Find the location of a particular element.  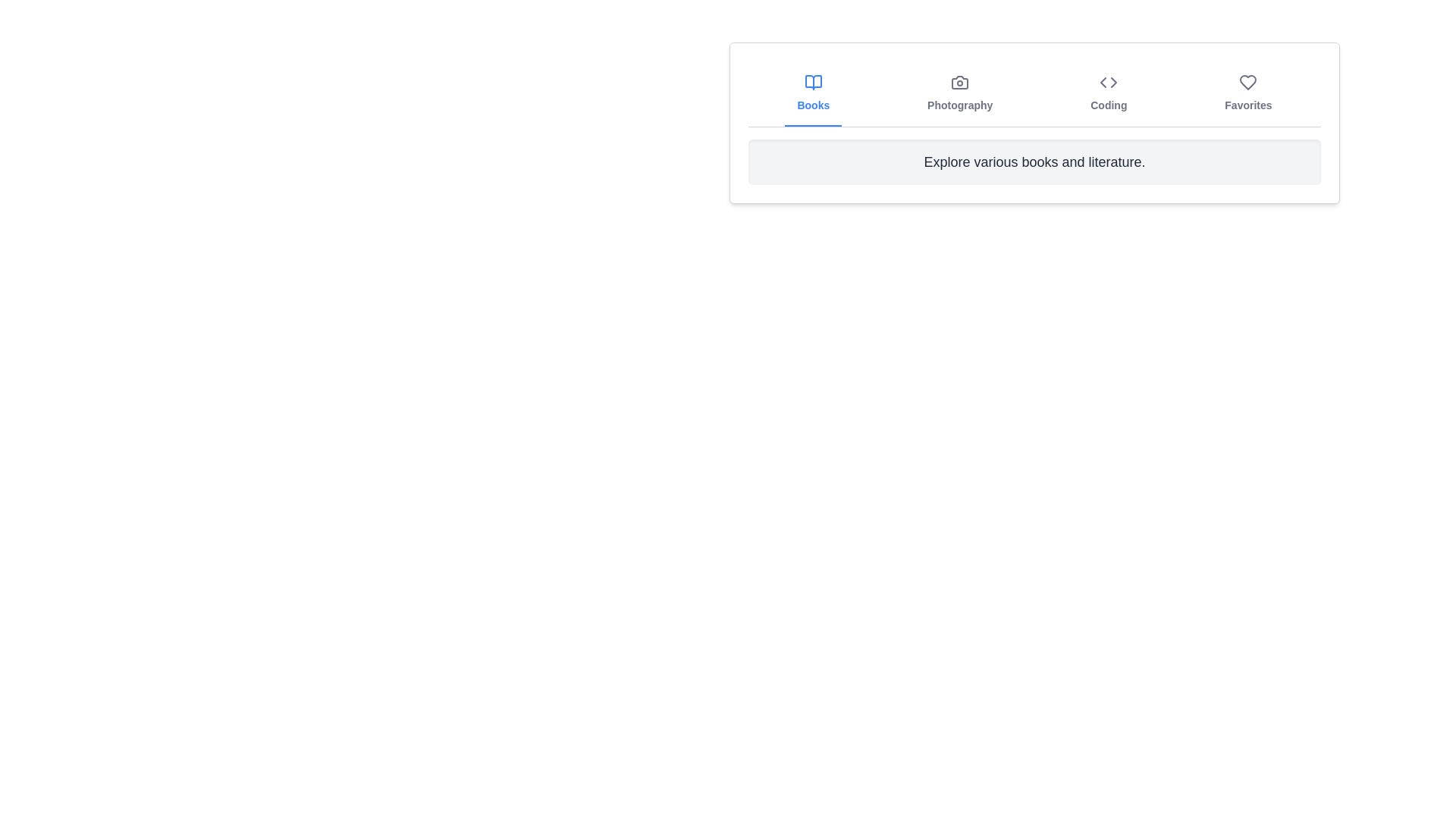

the 'Books' category selector in the upper-left corner of the menu is located at coordinates (812, 93).